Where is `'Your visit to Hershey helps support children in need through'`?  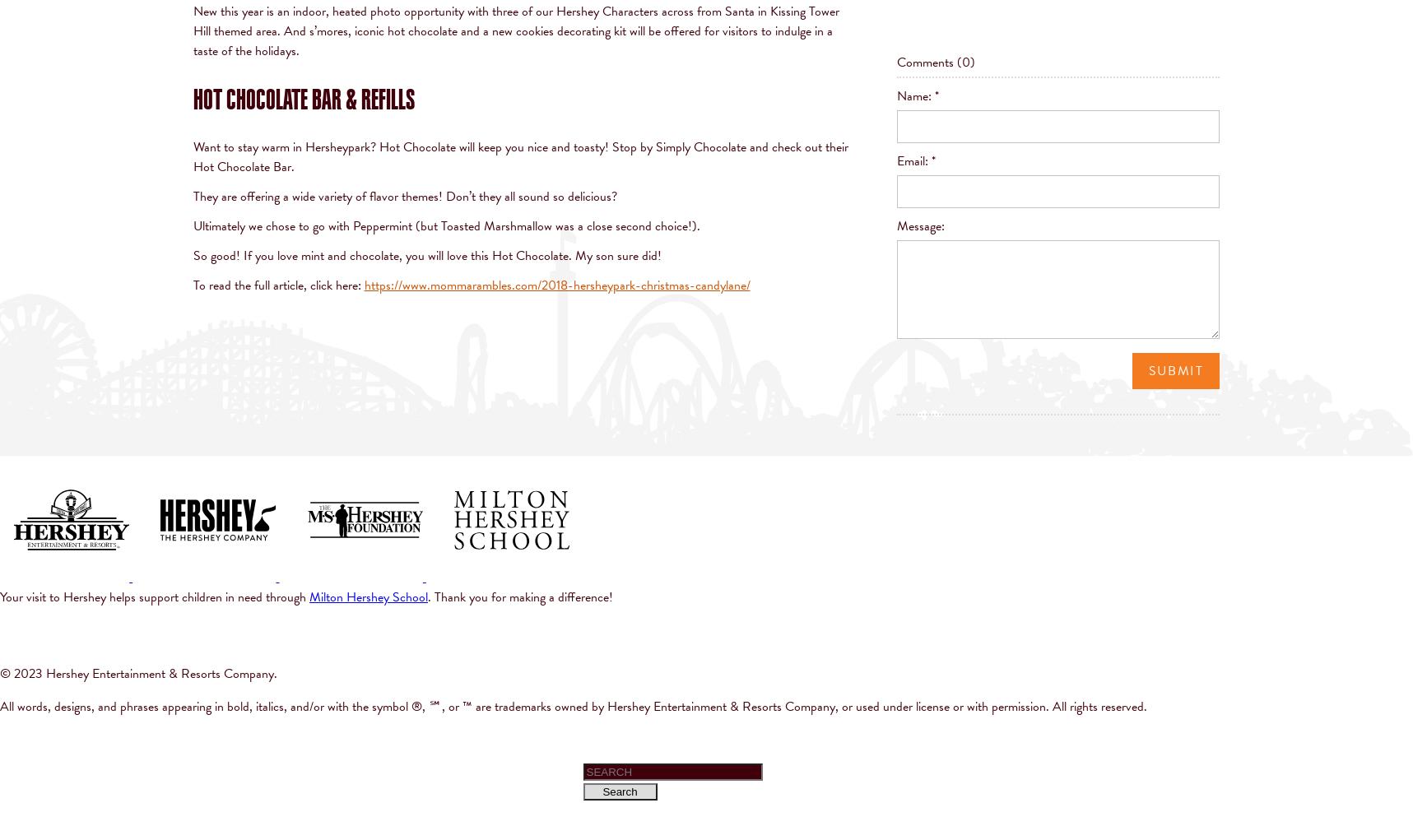 'Your visit to Hershey helps support children in need through' is located at coordinates (155, 596).